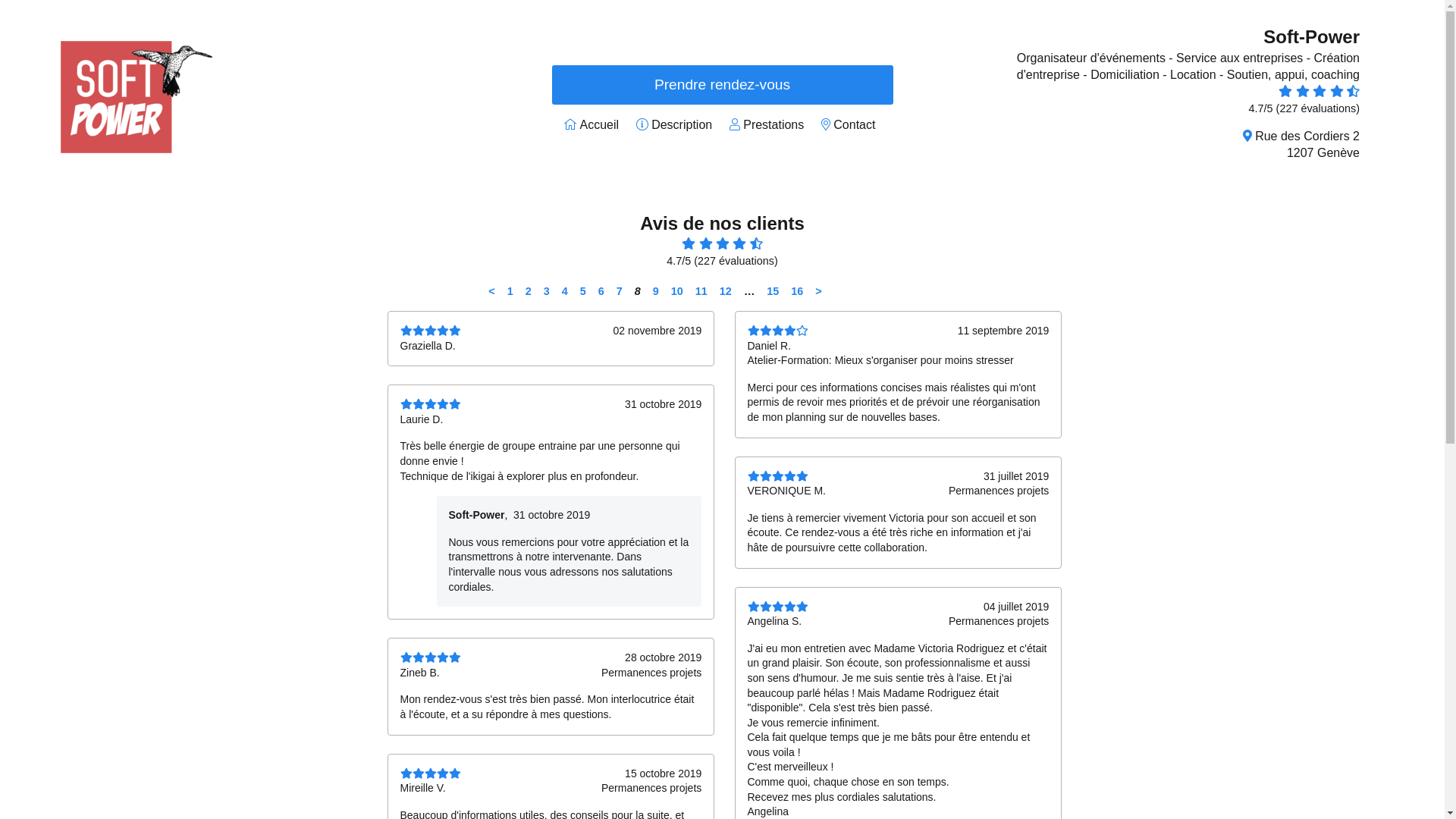 This screenshot has height=819, width=1456. What do you see at coordinates (724, 291) in the screenshot?
I see `'12'` at bounding box center [724, 291].